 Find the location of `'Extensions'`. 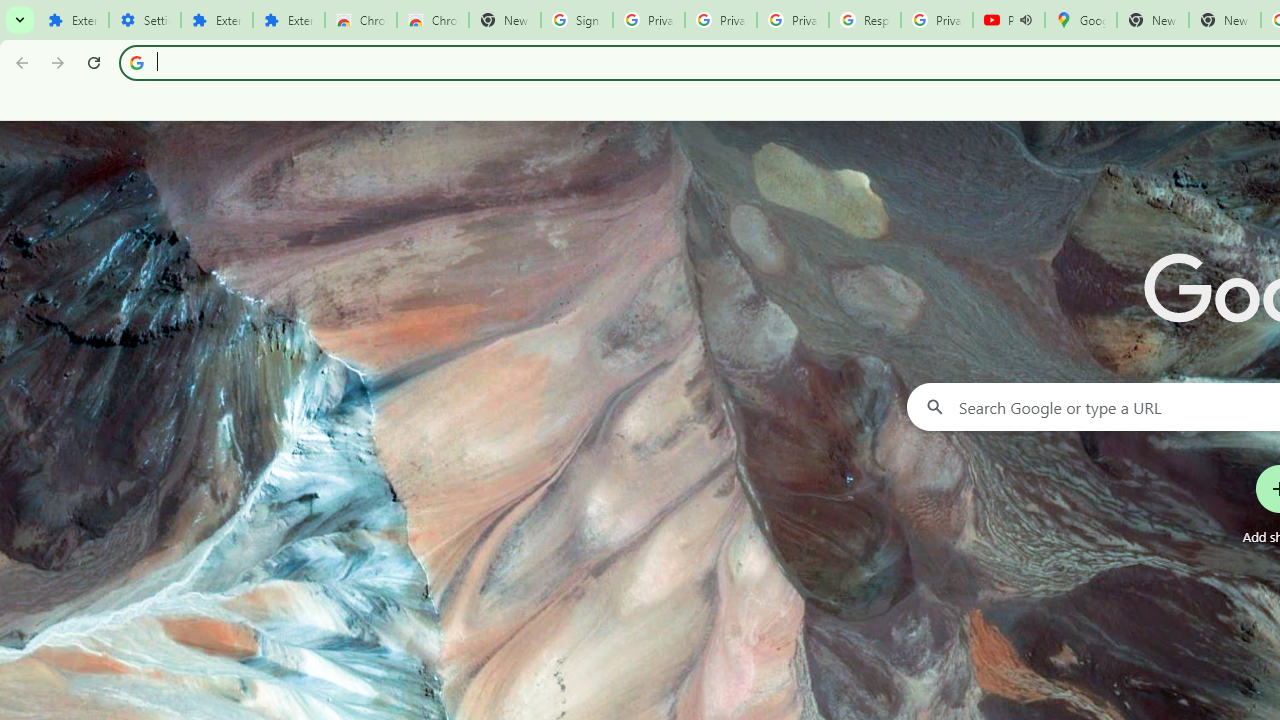

'Extensions' is located at coordinates (216, 20).